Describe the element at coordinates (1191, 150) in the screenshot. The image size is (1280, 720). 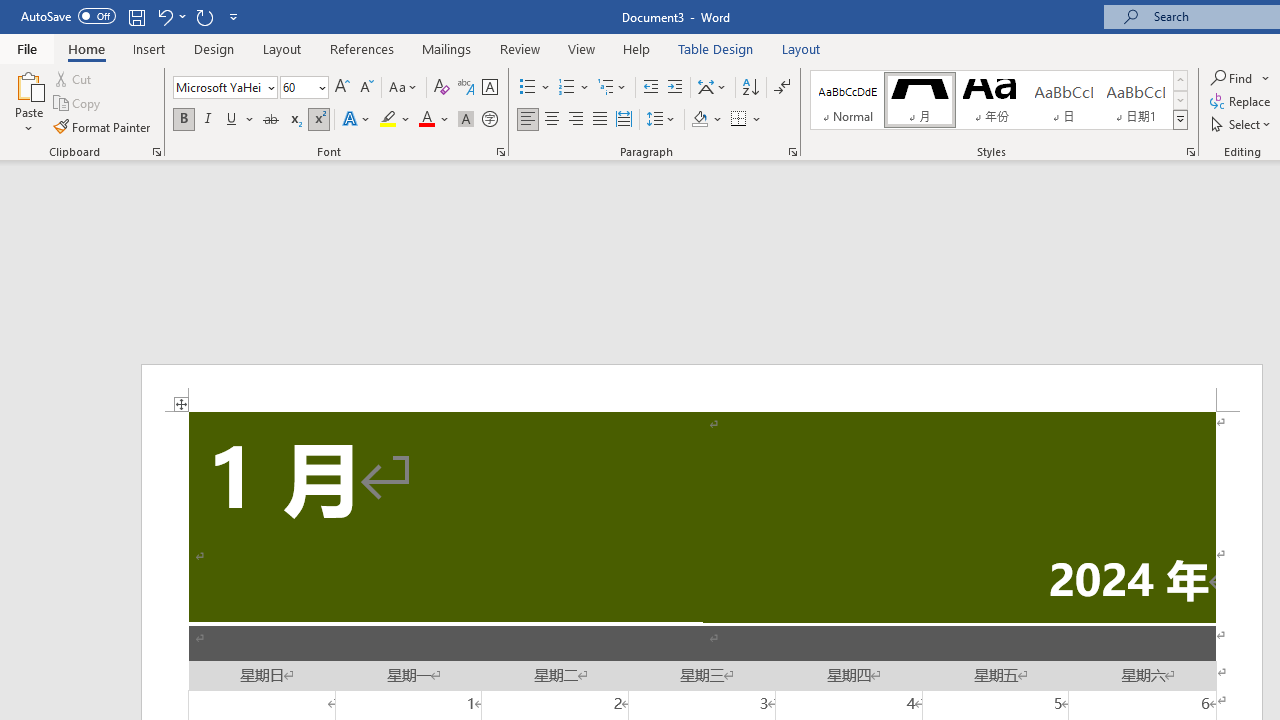
I see `'Styles...'` at that location.